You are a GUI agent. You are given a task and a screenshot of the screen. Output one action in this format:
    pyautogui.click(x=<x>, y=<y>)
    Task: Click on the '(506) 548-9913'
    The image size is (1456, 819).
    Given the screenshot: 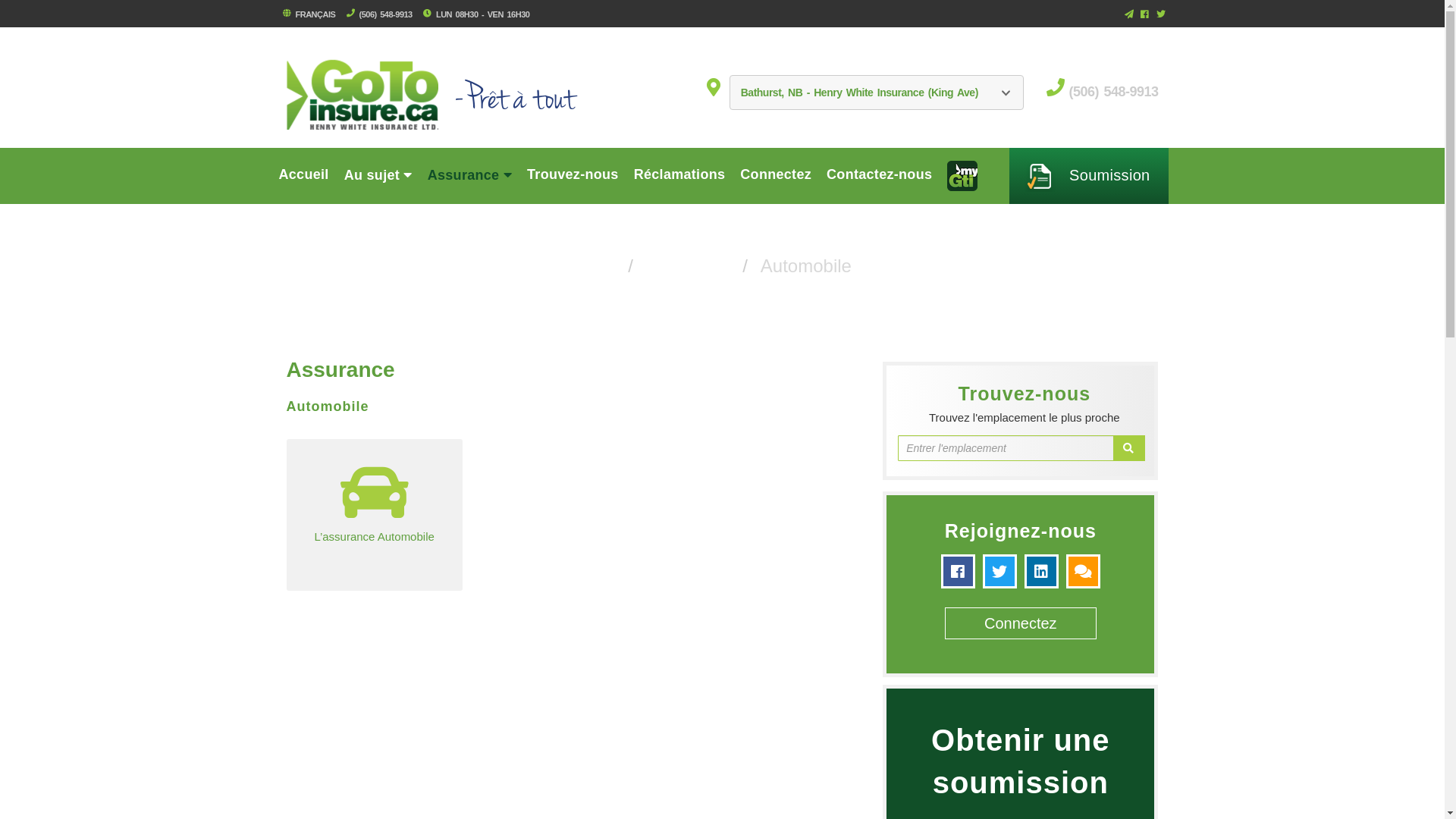 What is the action you would take?
    pyautogui.click(x=383, y=14)
    